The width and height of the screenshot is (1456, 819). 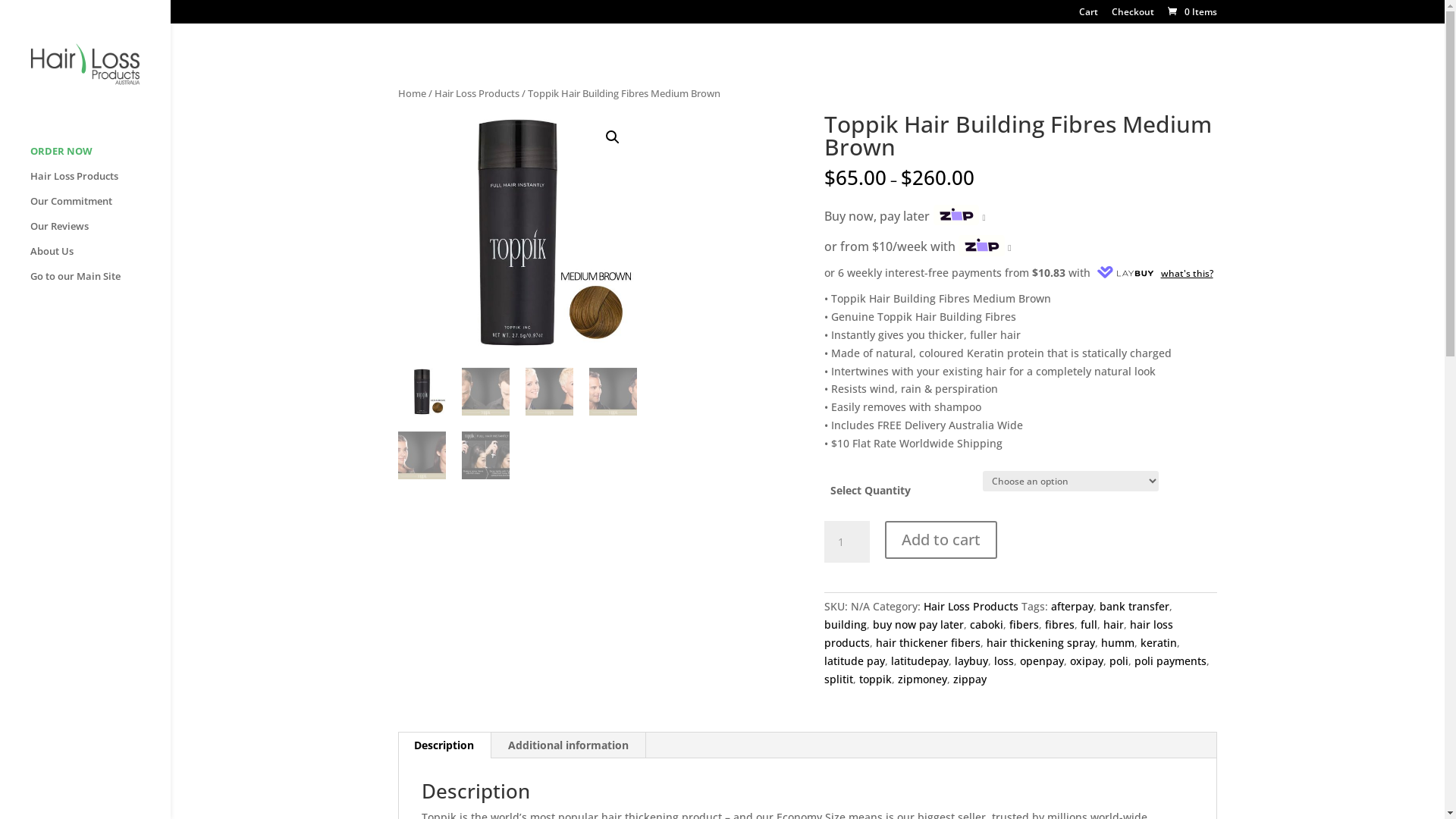 What do you see at coordinates (1132, 15) in the screenshot?
I see `'Checkout'` at bounding box center [1132, 15].